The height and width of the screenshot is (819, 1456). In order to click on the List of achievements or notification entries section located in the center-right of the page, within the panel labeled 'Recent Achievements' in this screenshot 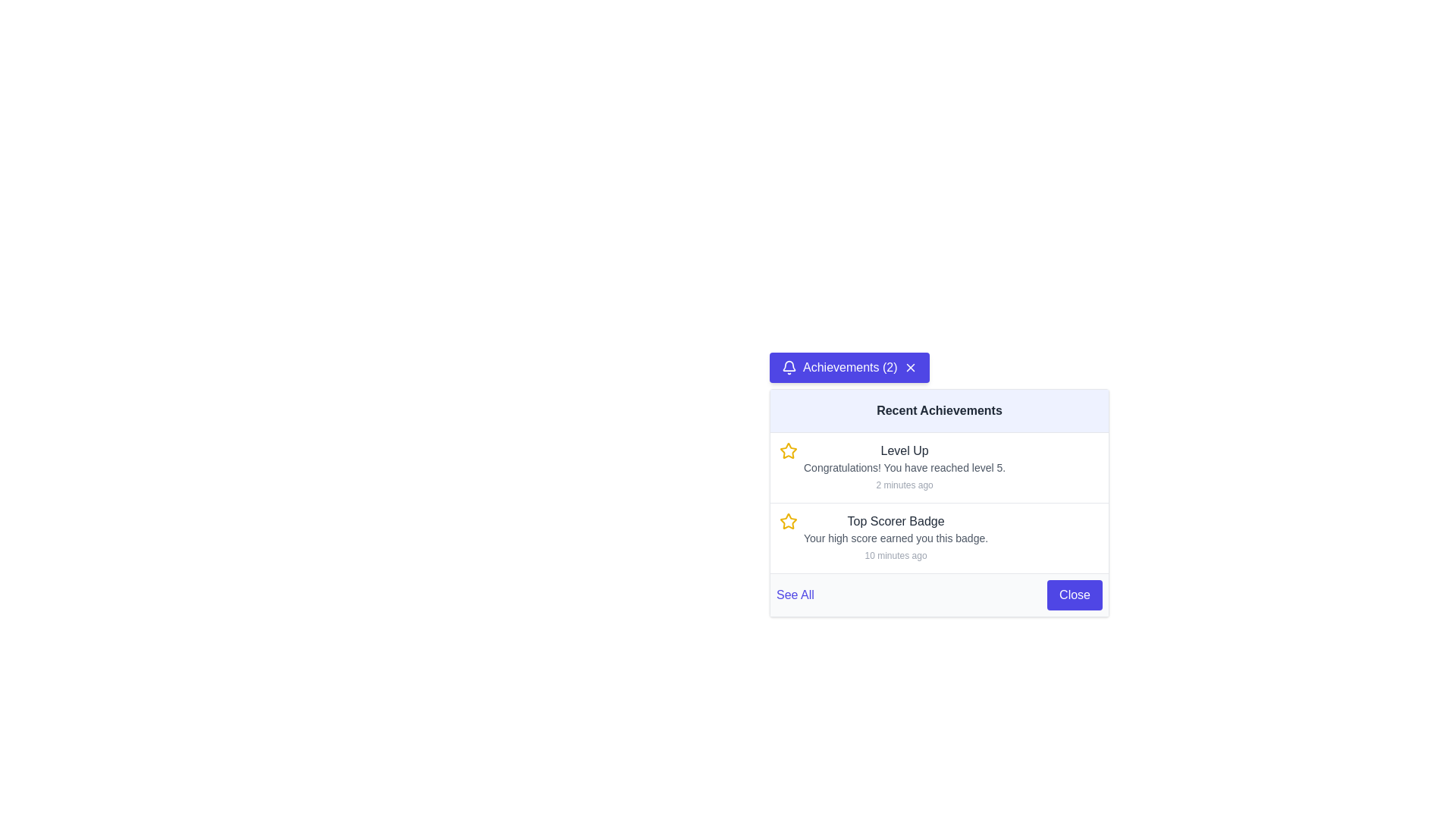, I will do `click(938, 503)`.